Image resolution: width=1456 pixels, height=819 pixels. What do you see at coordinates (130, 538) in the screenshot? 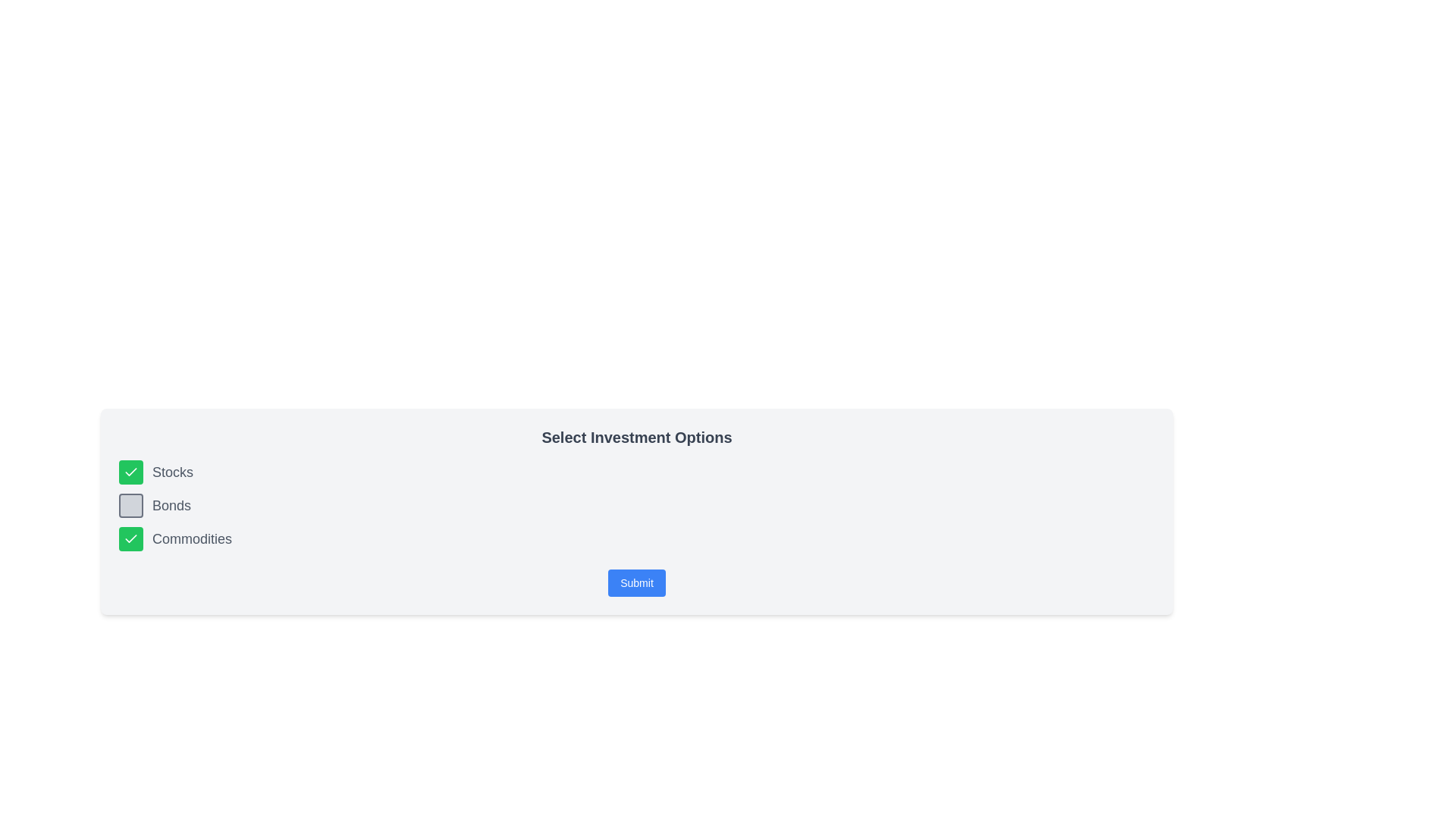
I see `the checkbox for 'Commodities'` at bounding box center [130, 538].